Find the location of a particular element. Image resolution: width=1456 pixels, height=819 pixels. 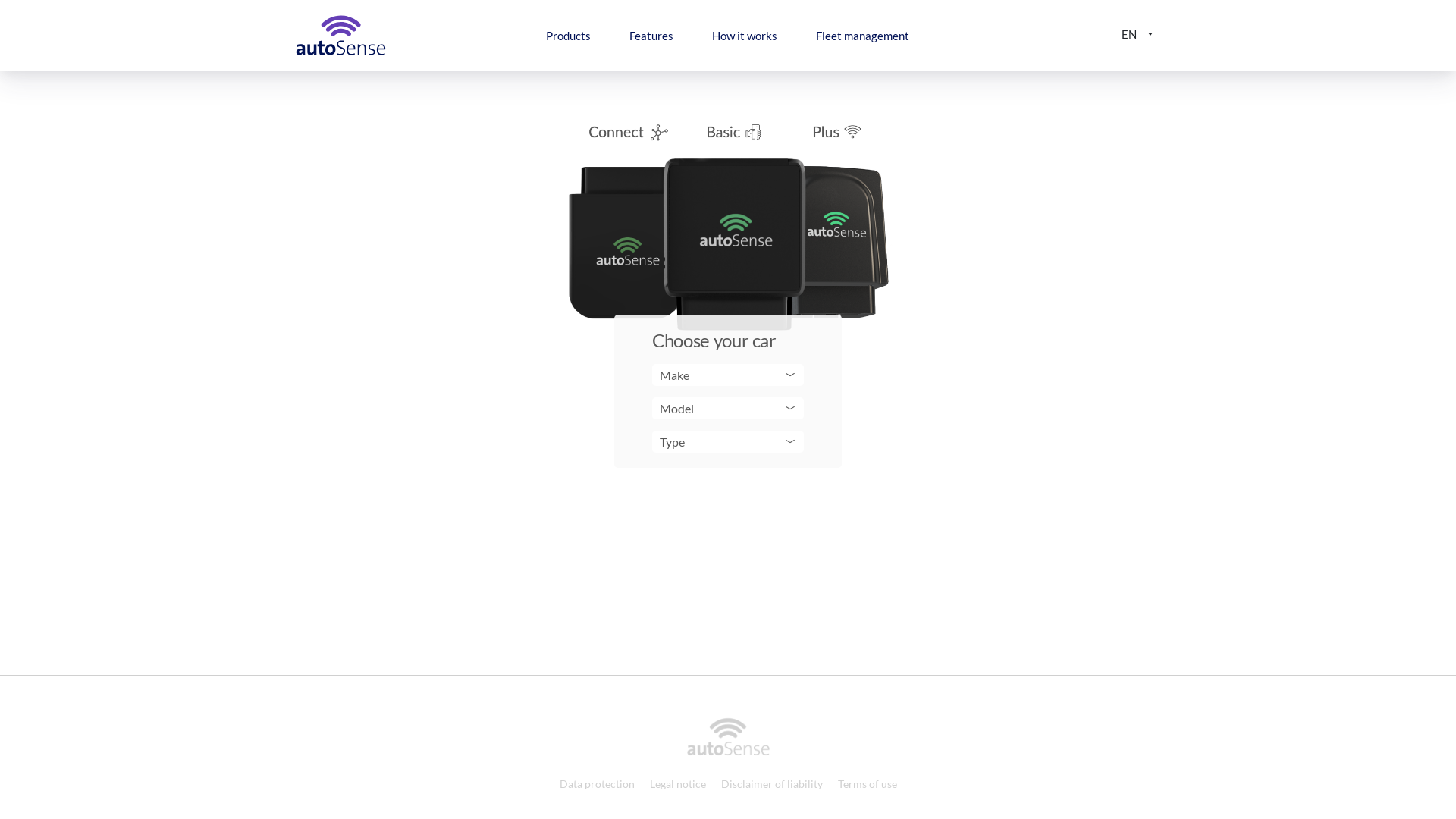

'How it works' is located at coordinates (745, 35).